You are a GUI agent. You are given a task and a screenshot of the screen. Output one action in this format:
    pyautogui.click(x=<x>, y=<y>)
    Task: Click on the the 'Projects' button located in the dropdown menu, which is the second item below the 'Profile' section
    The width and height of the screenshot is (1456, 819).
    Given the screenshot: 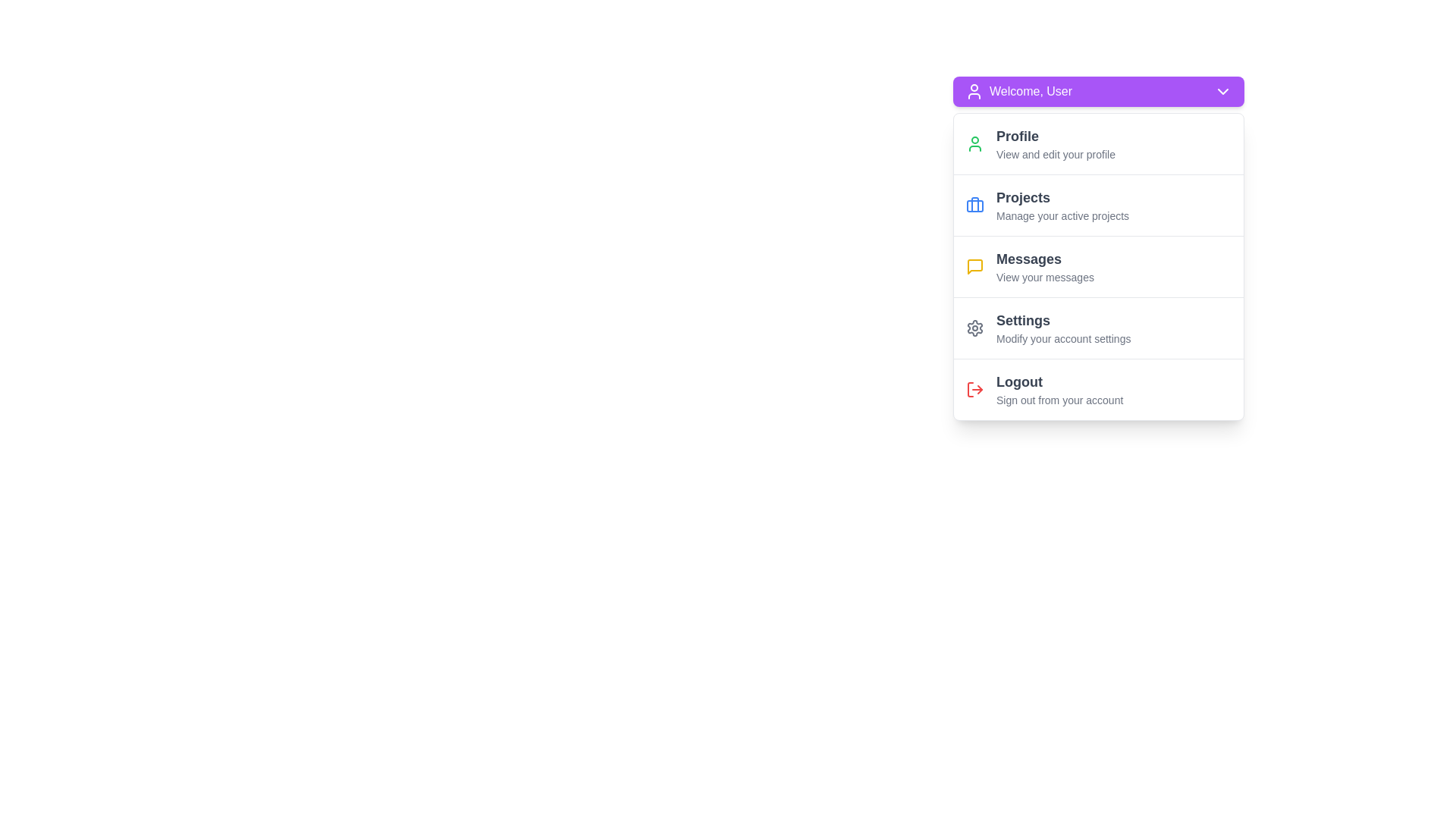 What is the action you would take?
    pyautogui.click(x=1099, y=205)
    